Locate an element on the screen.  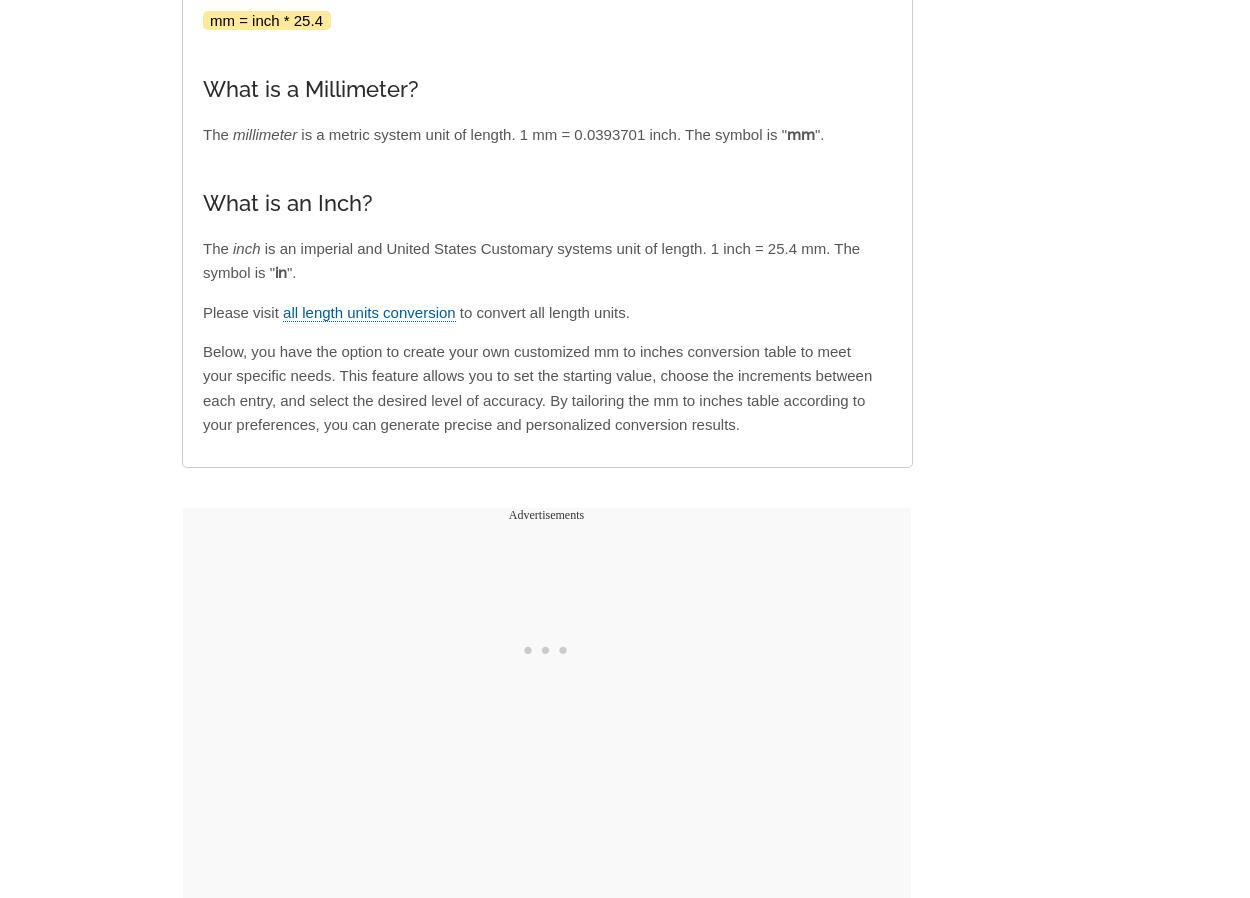
'is an imperial and United States Customary systems unit of length. 1 inch = 25.4 mm. The symbol is "' is located at coordinates (531, 259).